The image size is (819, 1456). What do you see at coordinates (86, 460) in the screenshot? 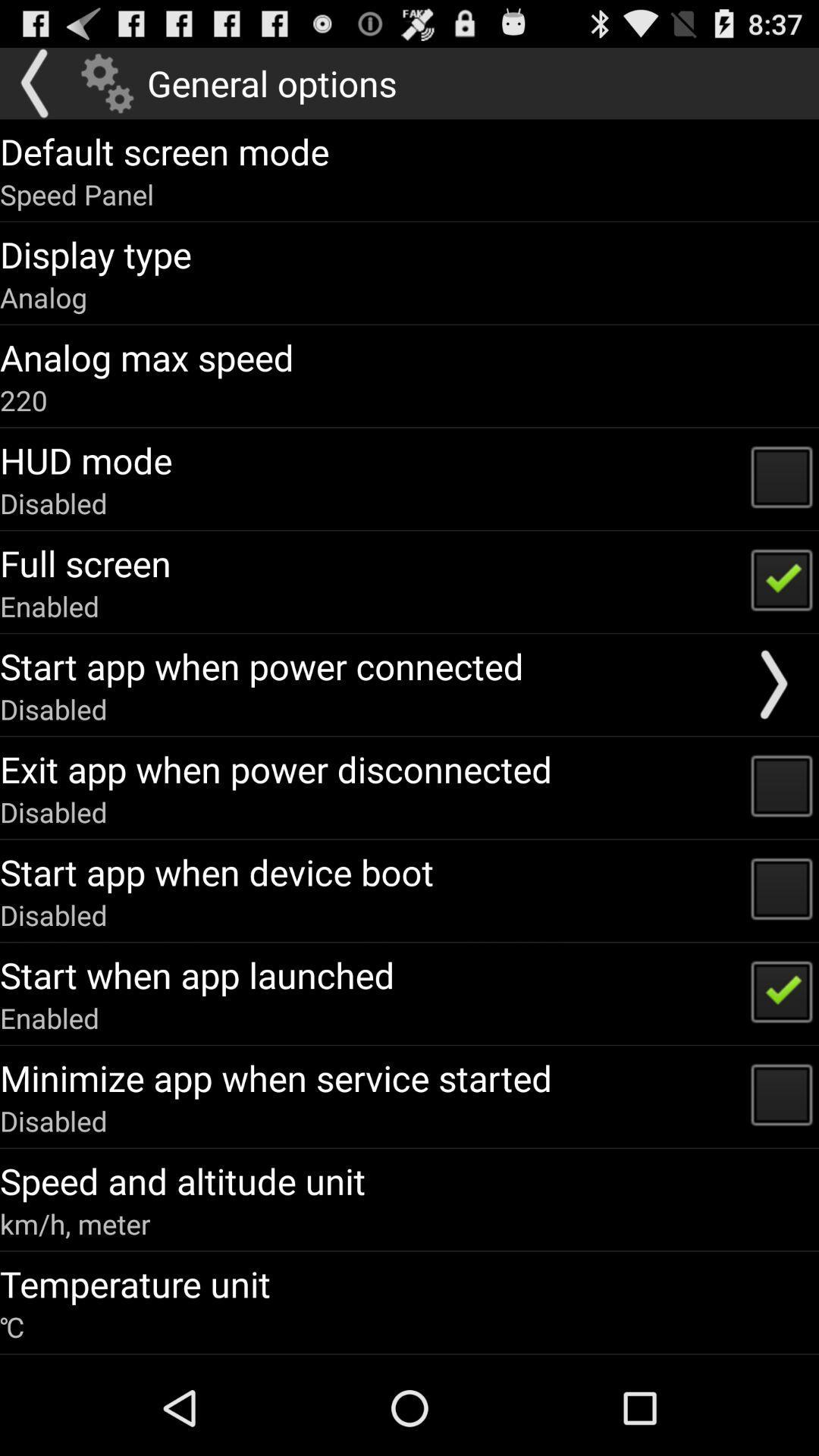
I see `hud mode item` at bounding box center [86, 460].